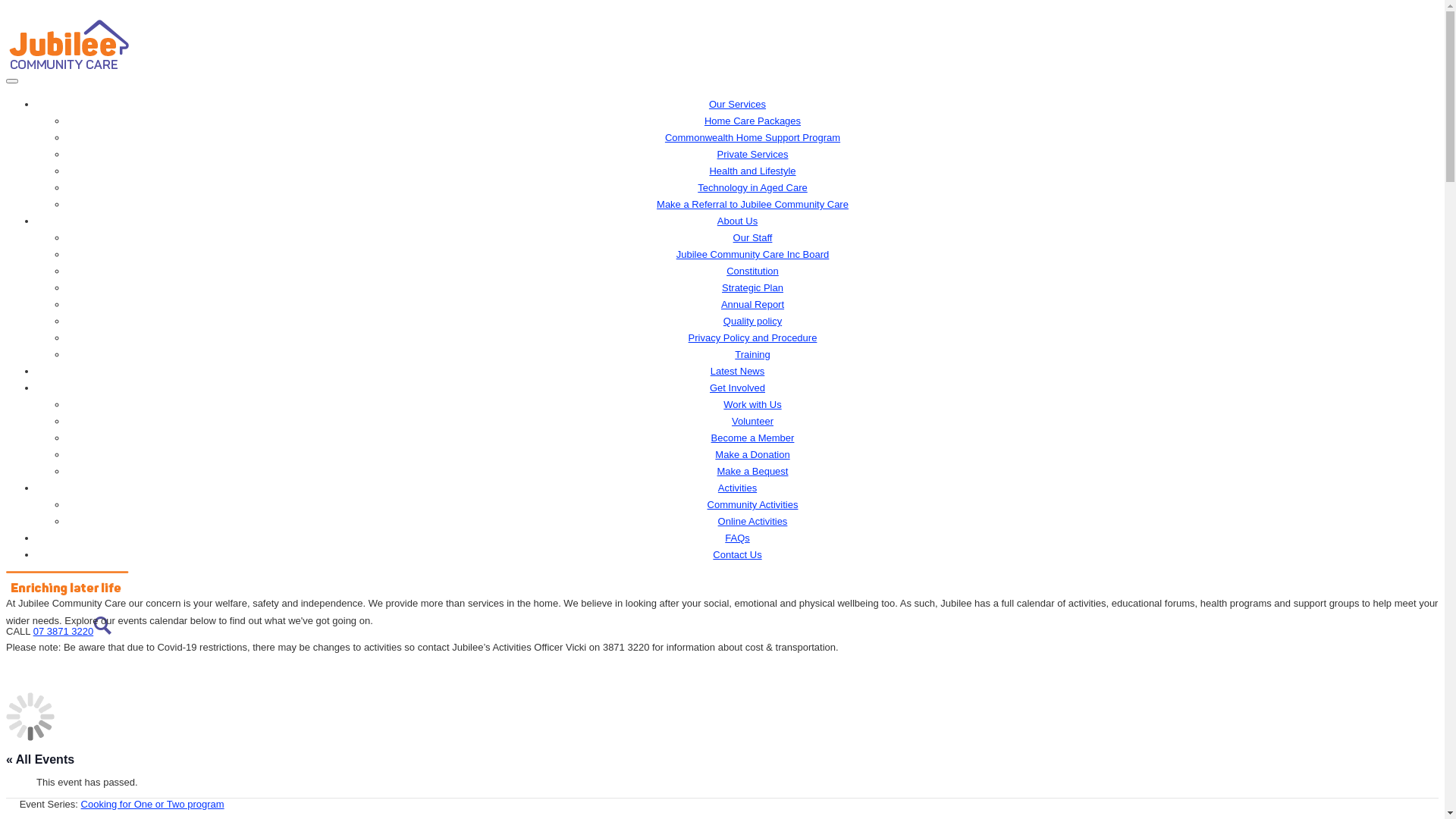  Describe the element at coordinates (651, 203) in the screenshot. I see `'Make a Referral to Jubilee Community Care'` at that location.